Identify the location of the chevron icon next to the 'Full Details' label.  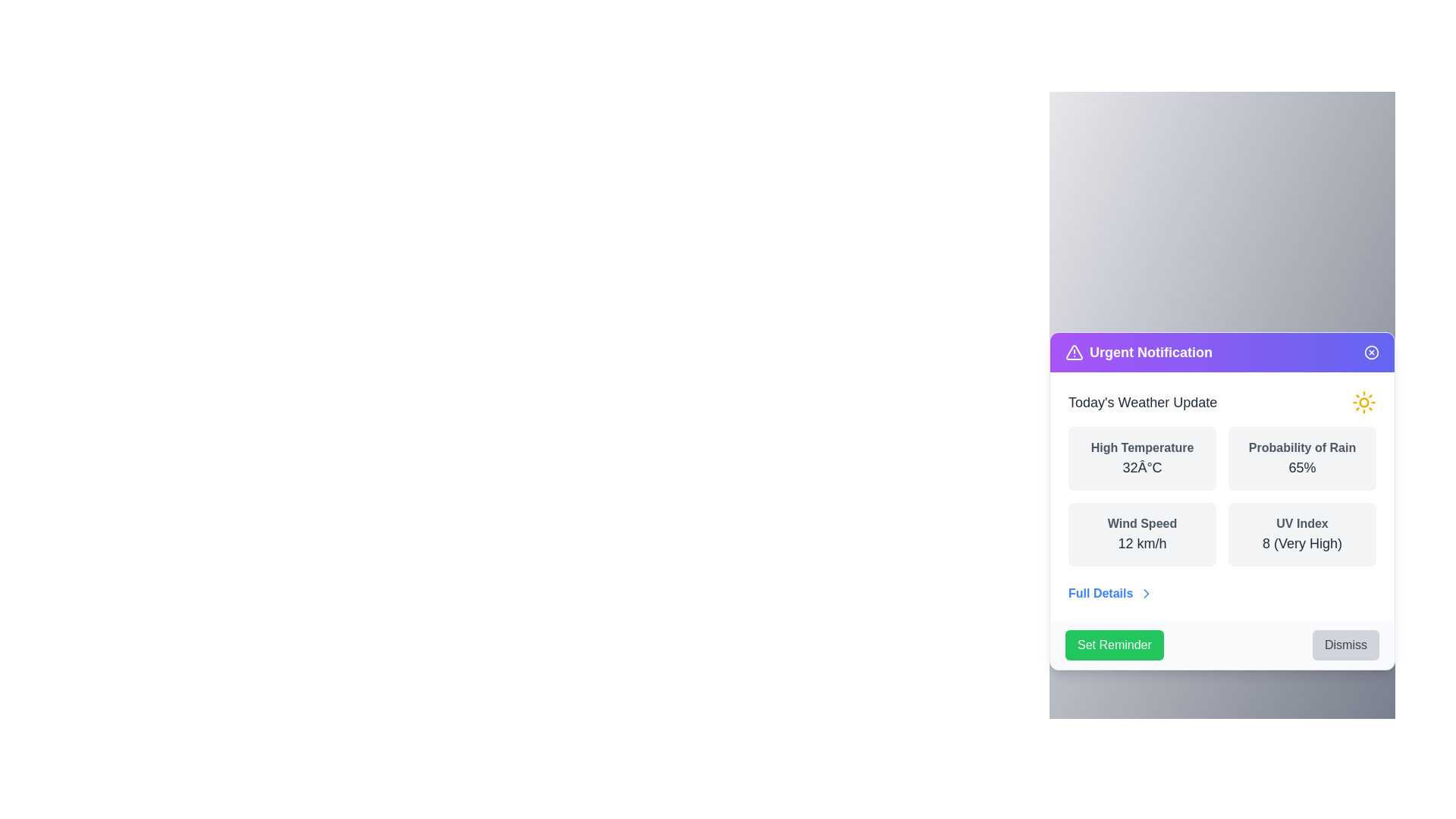
(1147, 593).